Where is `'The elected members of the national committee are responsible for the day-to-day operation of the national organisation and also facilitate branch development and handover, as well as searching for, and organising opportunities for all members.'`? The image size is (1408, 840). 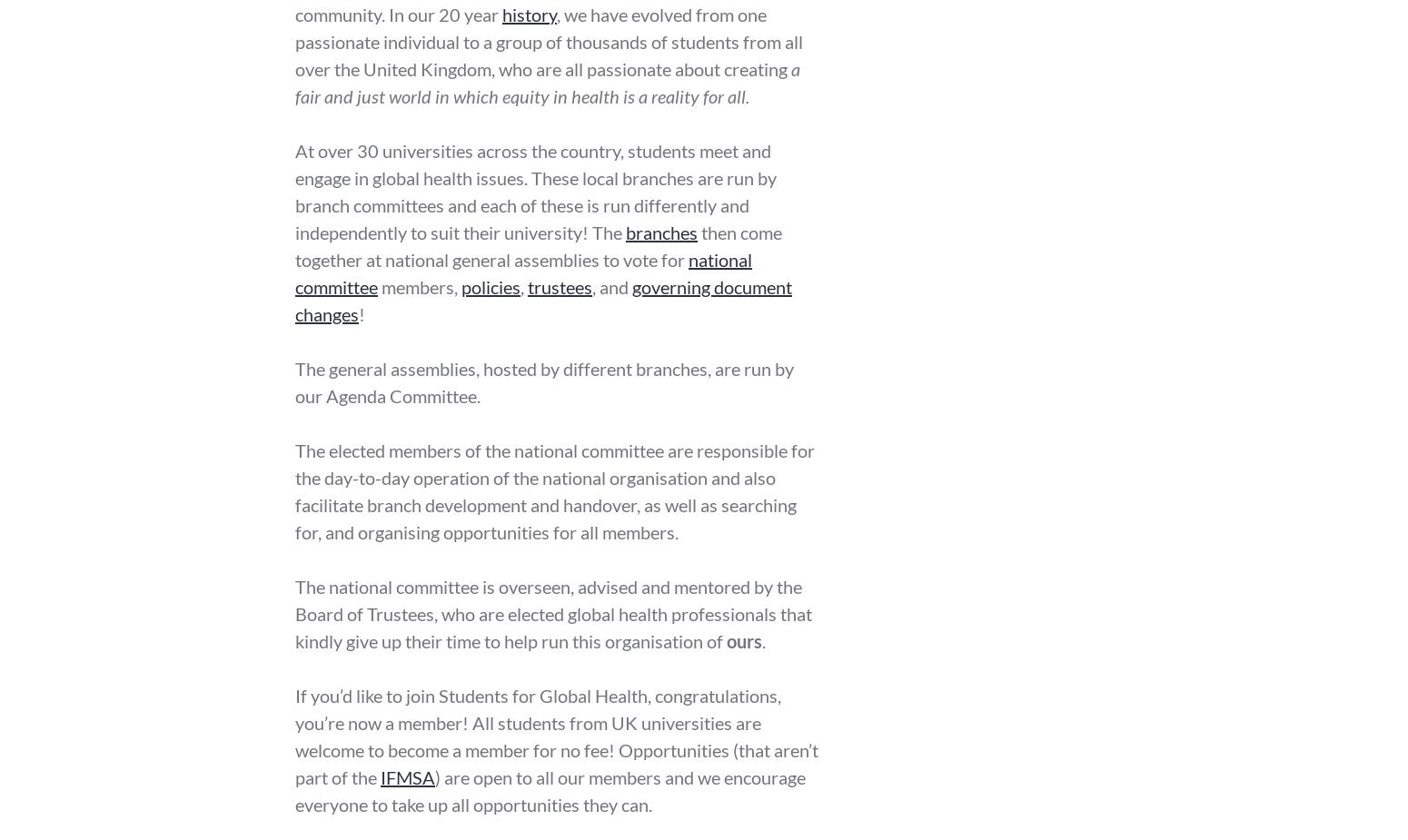 'The elected members of the national committee are responsible for the day-to-day operation of the national organisation and also facilitate branch development and handover, as well as searching for, and organising opportunities for all members.' is located at coordinates (555, 491).